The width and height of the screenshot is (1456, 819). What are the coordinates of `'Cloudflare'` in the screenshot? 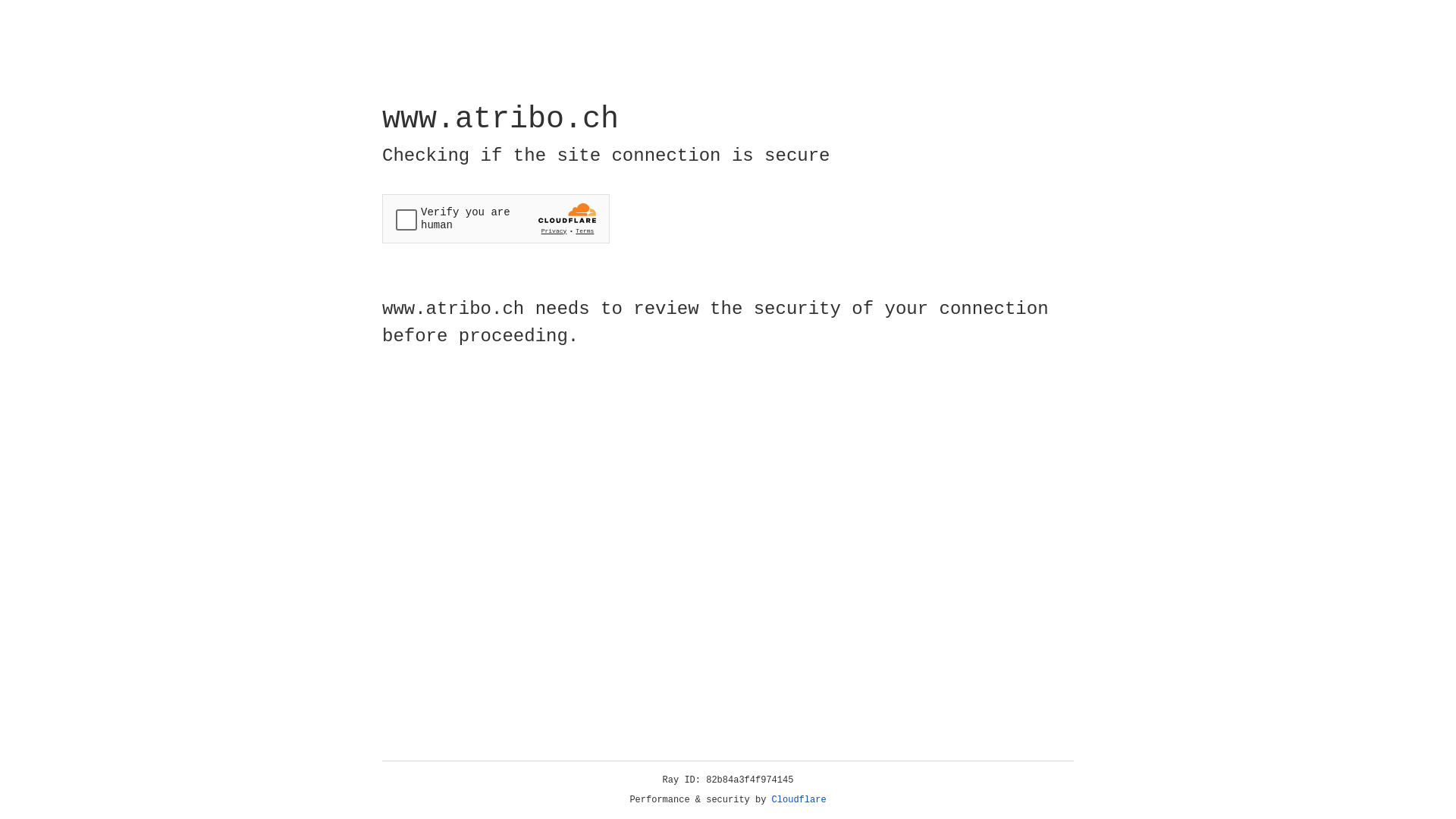 It's located at (771, 799).